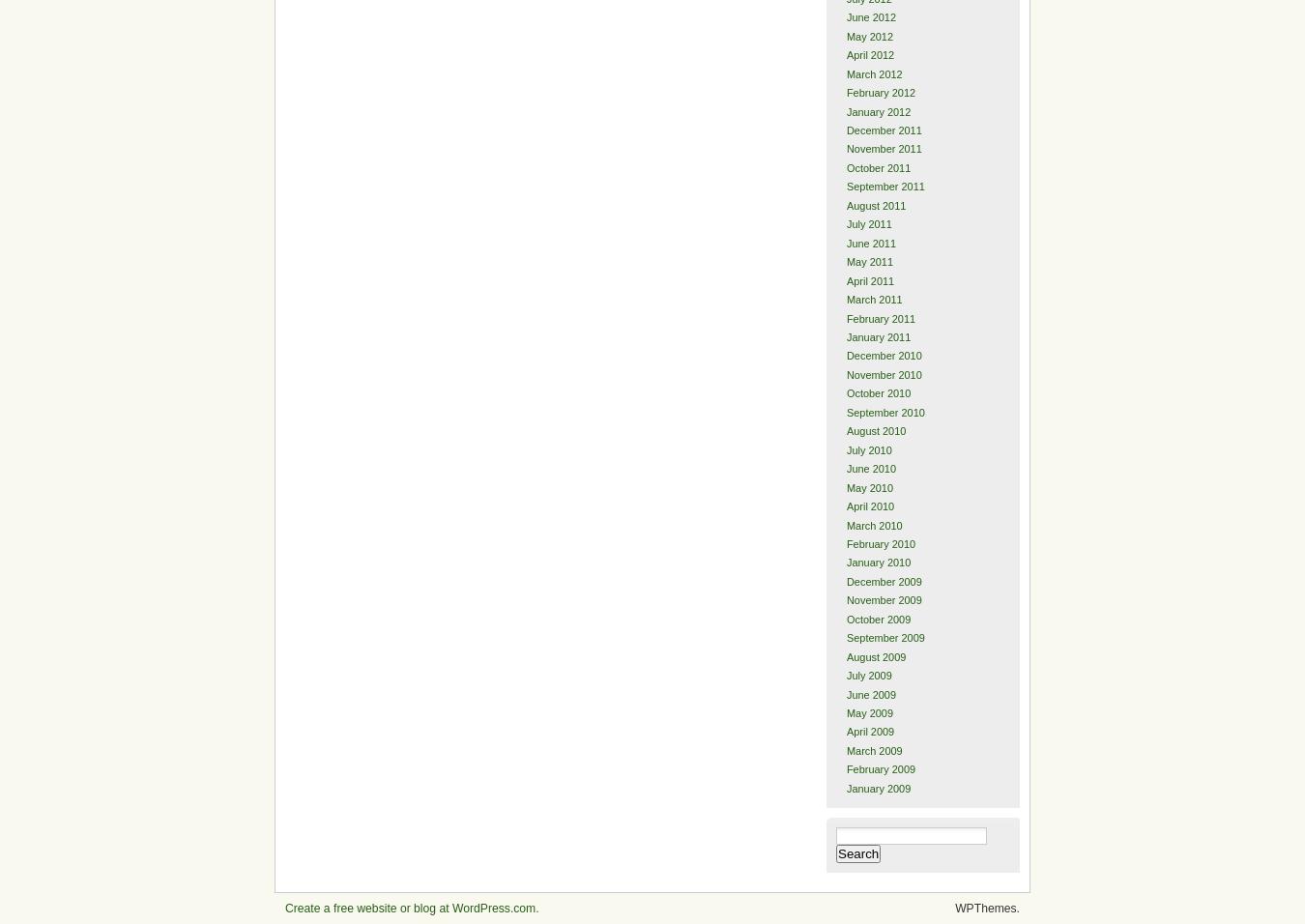  Describe the element at coordinates (870, 730) in the screenshot. I see `'April 2009'` at that location.